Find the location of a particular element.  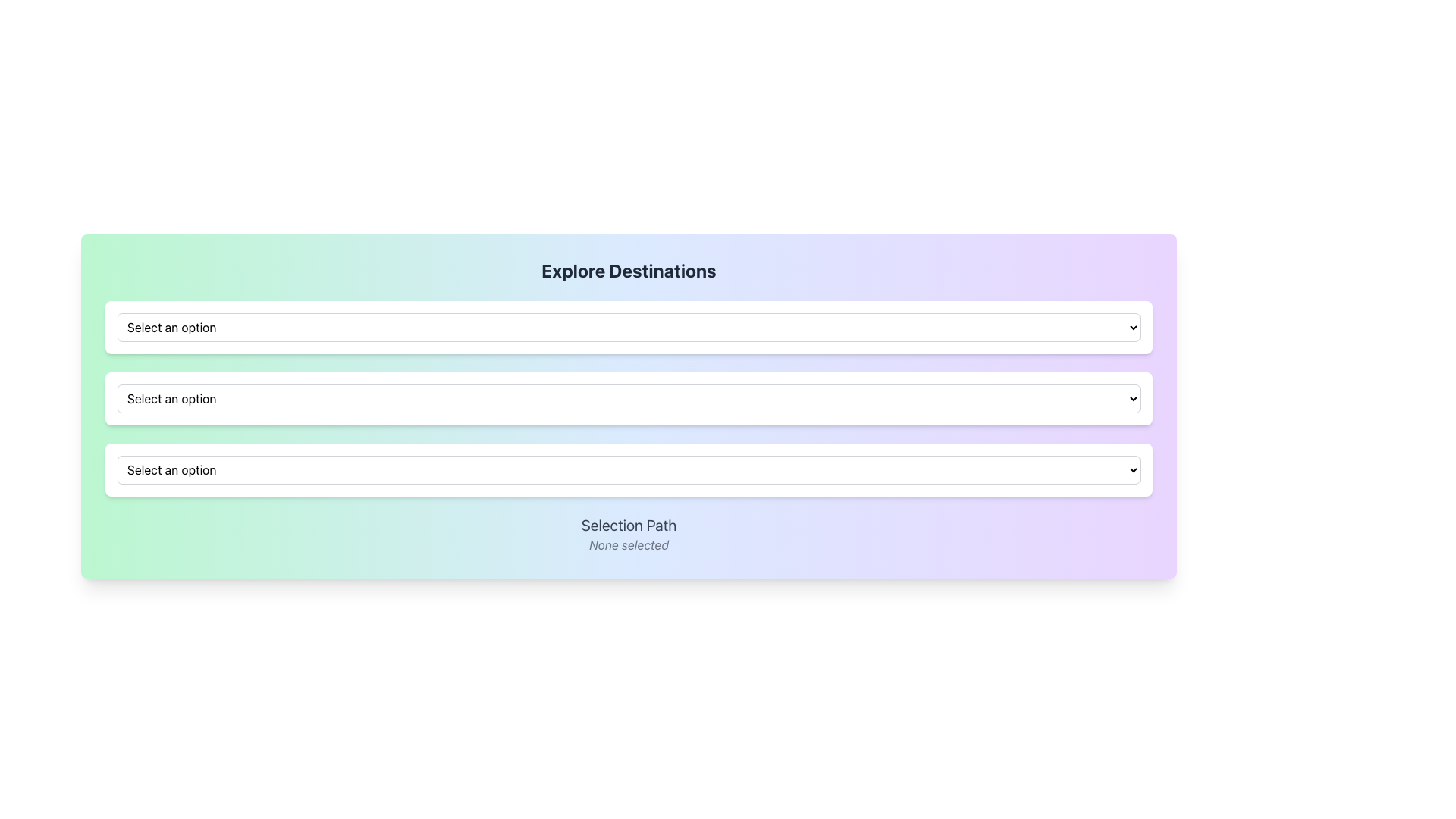

an option from the first dropdown menu located under the 'Explore Destinations' heading, which displays 'Select an option' and has a downward arrow icon is located at coordinates (629, 327).